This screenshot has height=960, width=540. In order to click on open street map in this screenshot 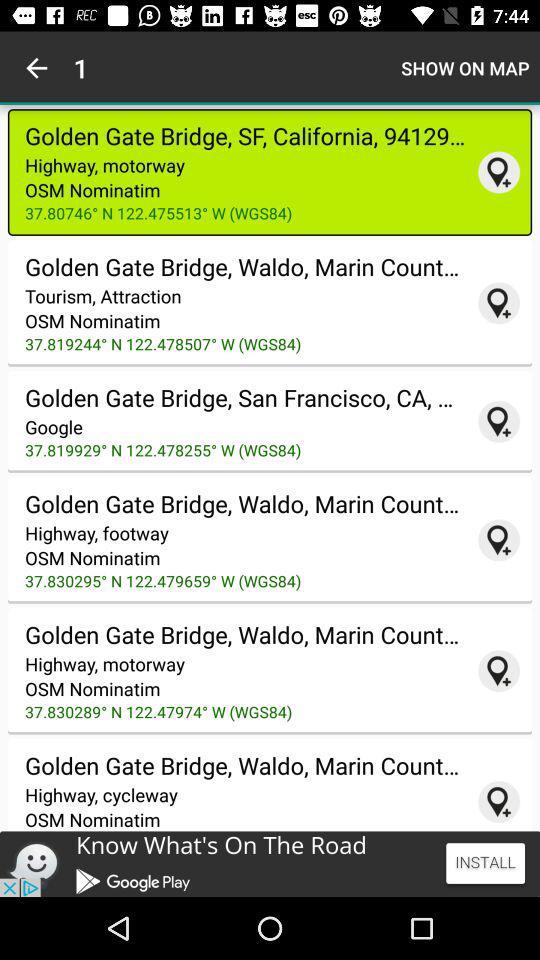, I will do `click(498, 802)`.